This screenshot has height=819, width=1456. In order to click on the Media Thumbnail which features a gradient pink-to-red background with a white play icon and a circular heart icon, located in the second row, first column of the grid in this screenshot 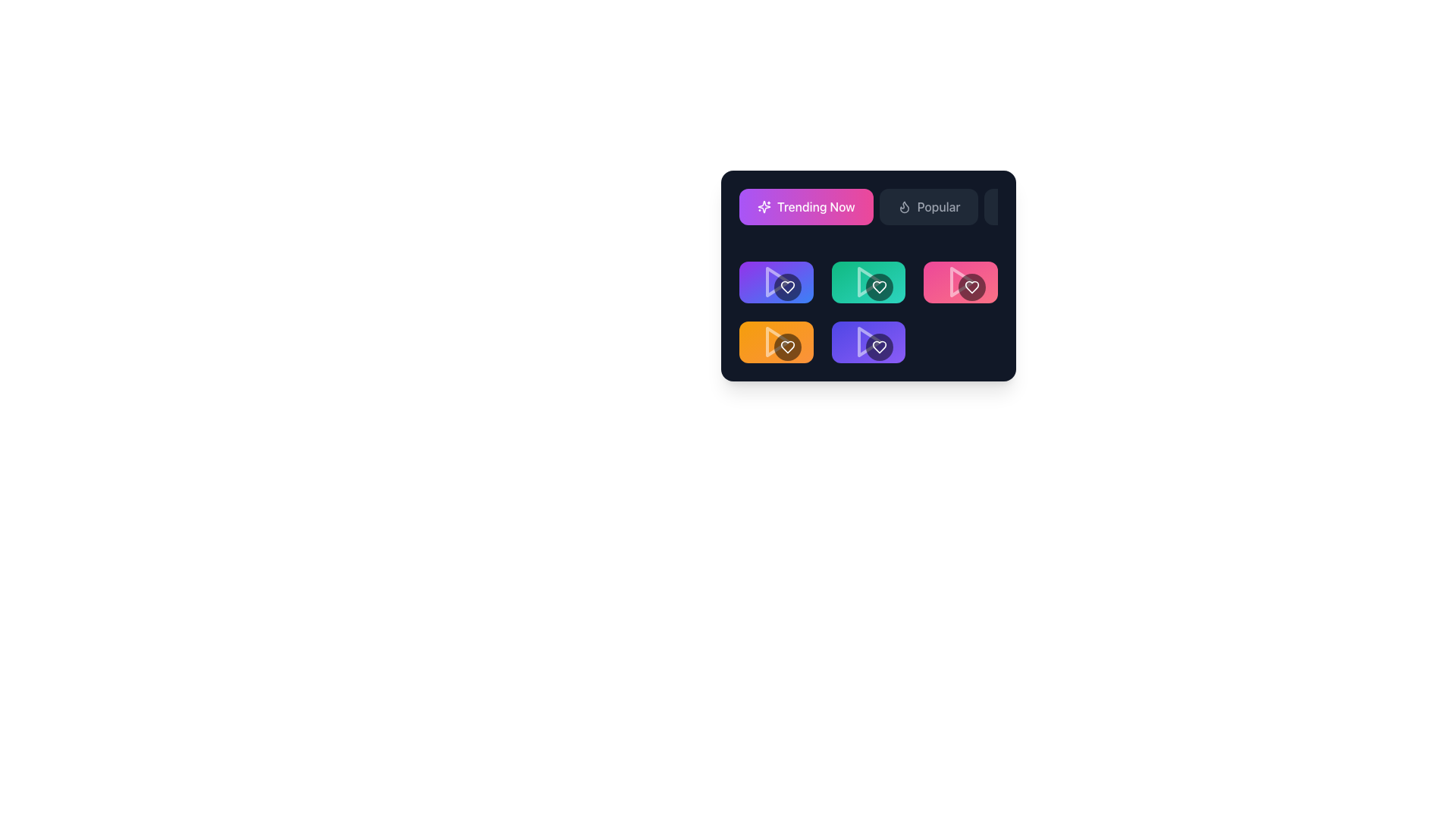, I will do `click(960, 282)`.